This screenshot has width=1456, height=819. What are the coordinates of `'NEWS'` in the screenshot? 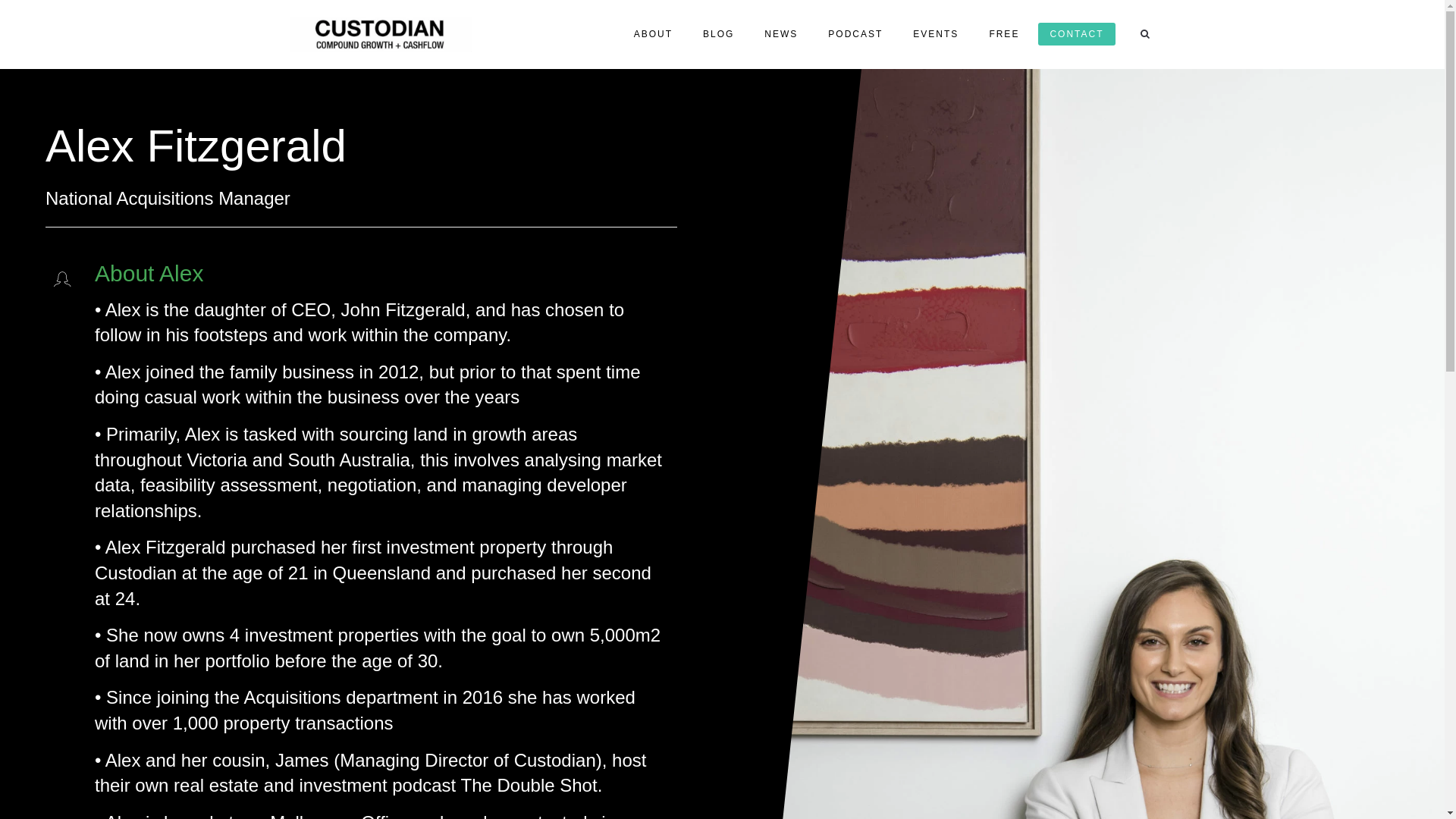 It's located at (781, 34).